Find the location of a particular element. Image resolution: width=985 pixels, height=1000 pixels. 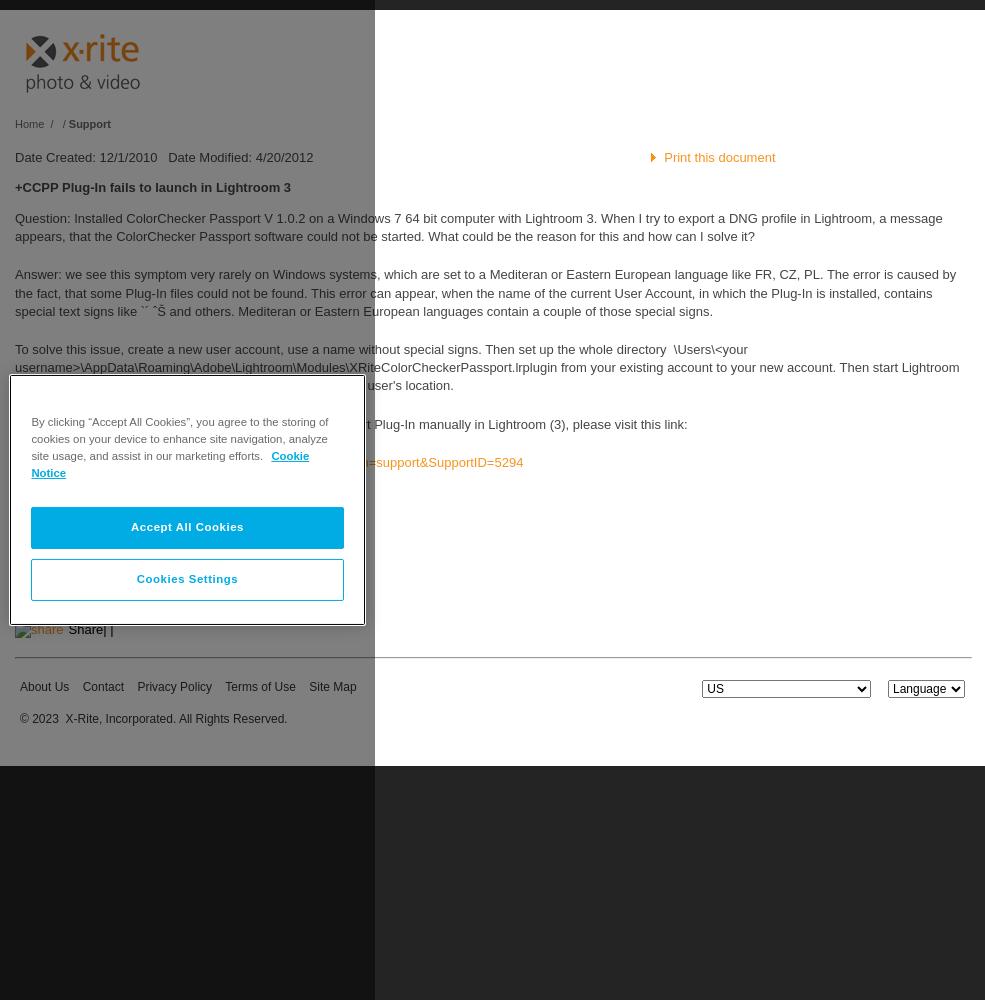

'Support' is located at coordinates (88, 123).